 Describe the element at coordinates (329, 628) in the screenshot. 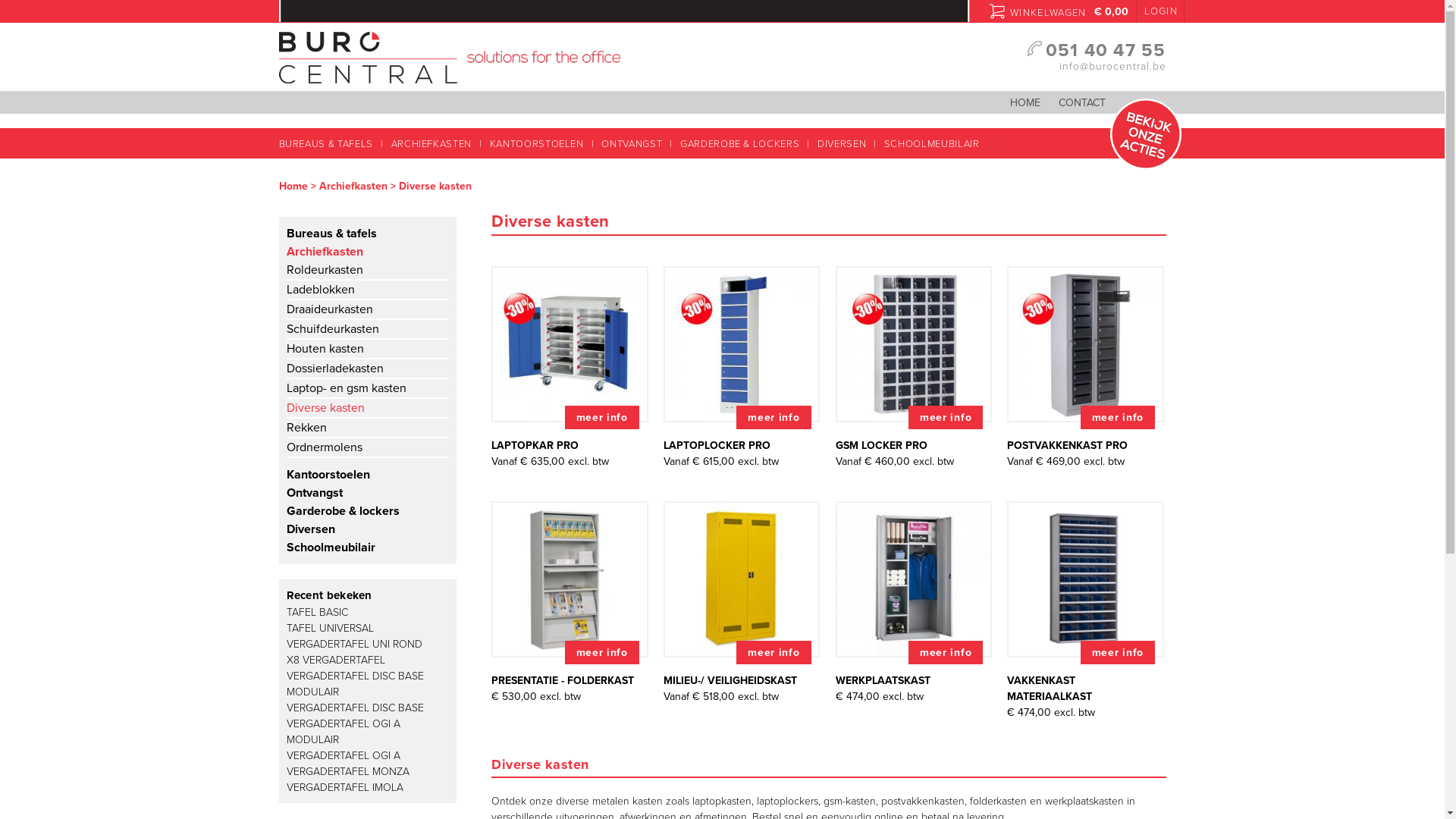

I see `'TAFEL UNIVERSAL'` at that location.